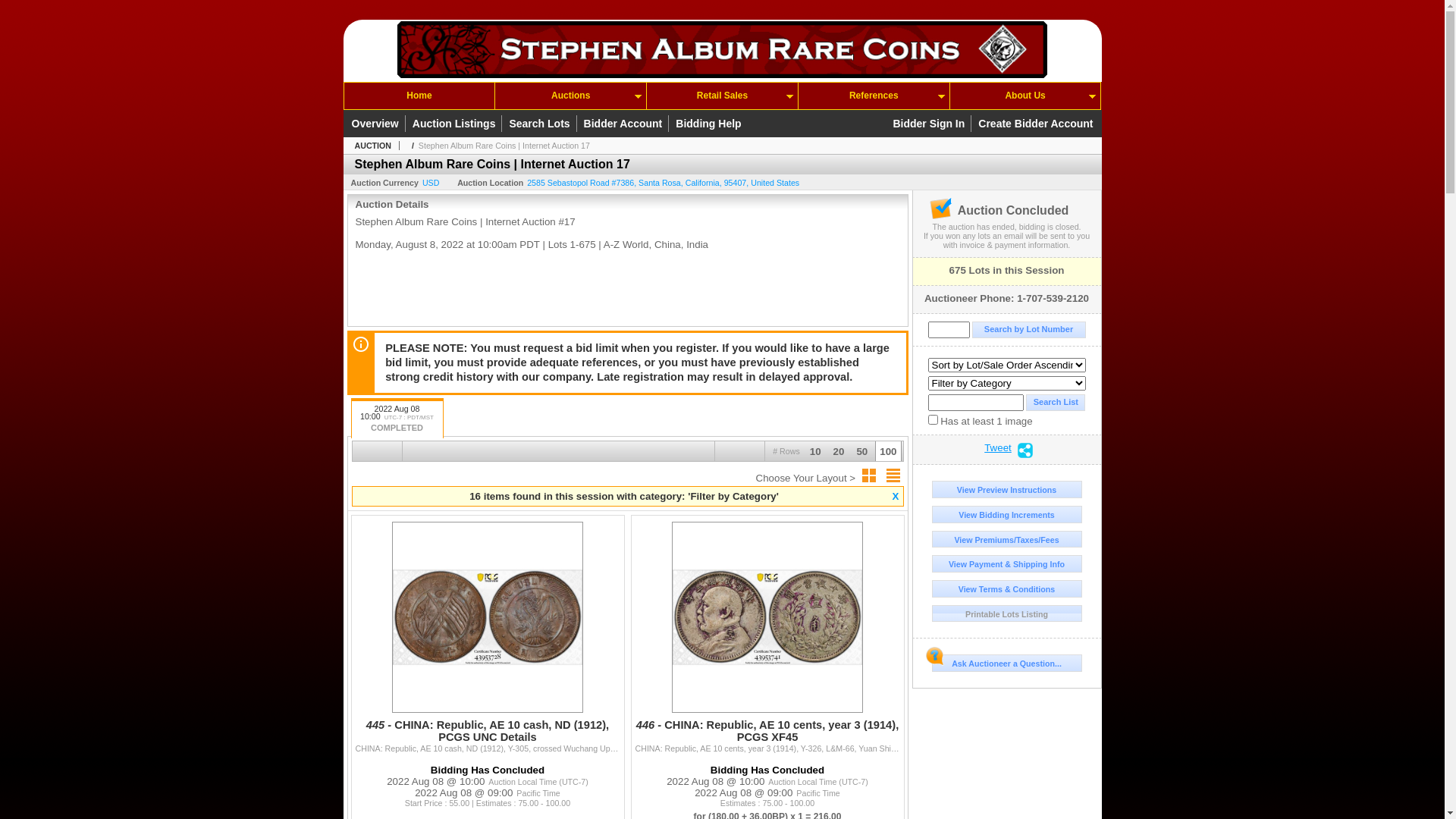 This screenshot has height=819, width=1456. What do you see at coordinates (1006, 538) in the screenshot?
I see `'View Premiums/Taxes/Fees'` at bounding box center [1006, 538].